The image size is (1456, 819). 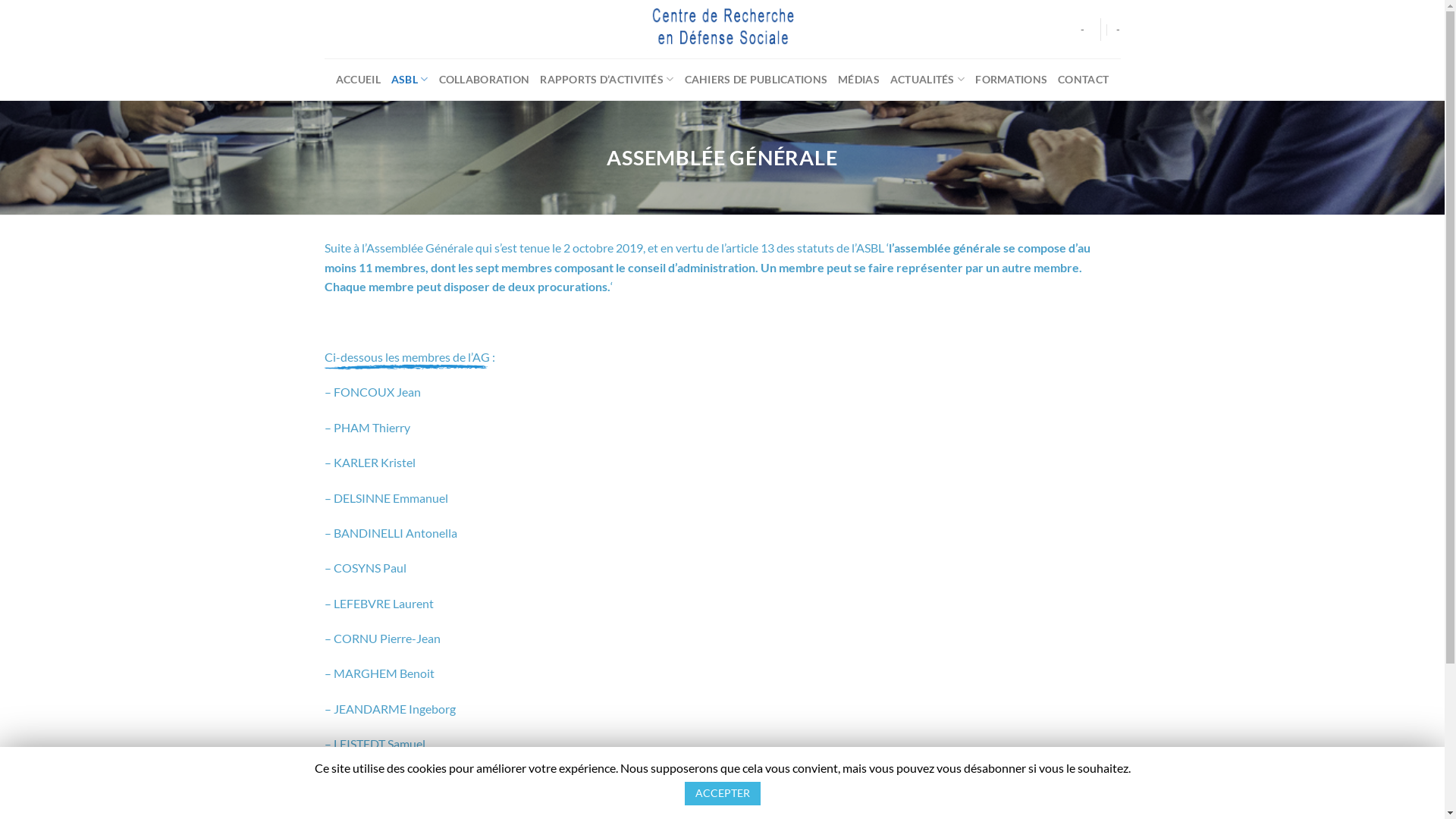 What do you see at coordinates (975, 79) in the screenshot?
I see `'FORMATIONS'` at bounding box center [975, 79].